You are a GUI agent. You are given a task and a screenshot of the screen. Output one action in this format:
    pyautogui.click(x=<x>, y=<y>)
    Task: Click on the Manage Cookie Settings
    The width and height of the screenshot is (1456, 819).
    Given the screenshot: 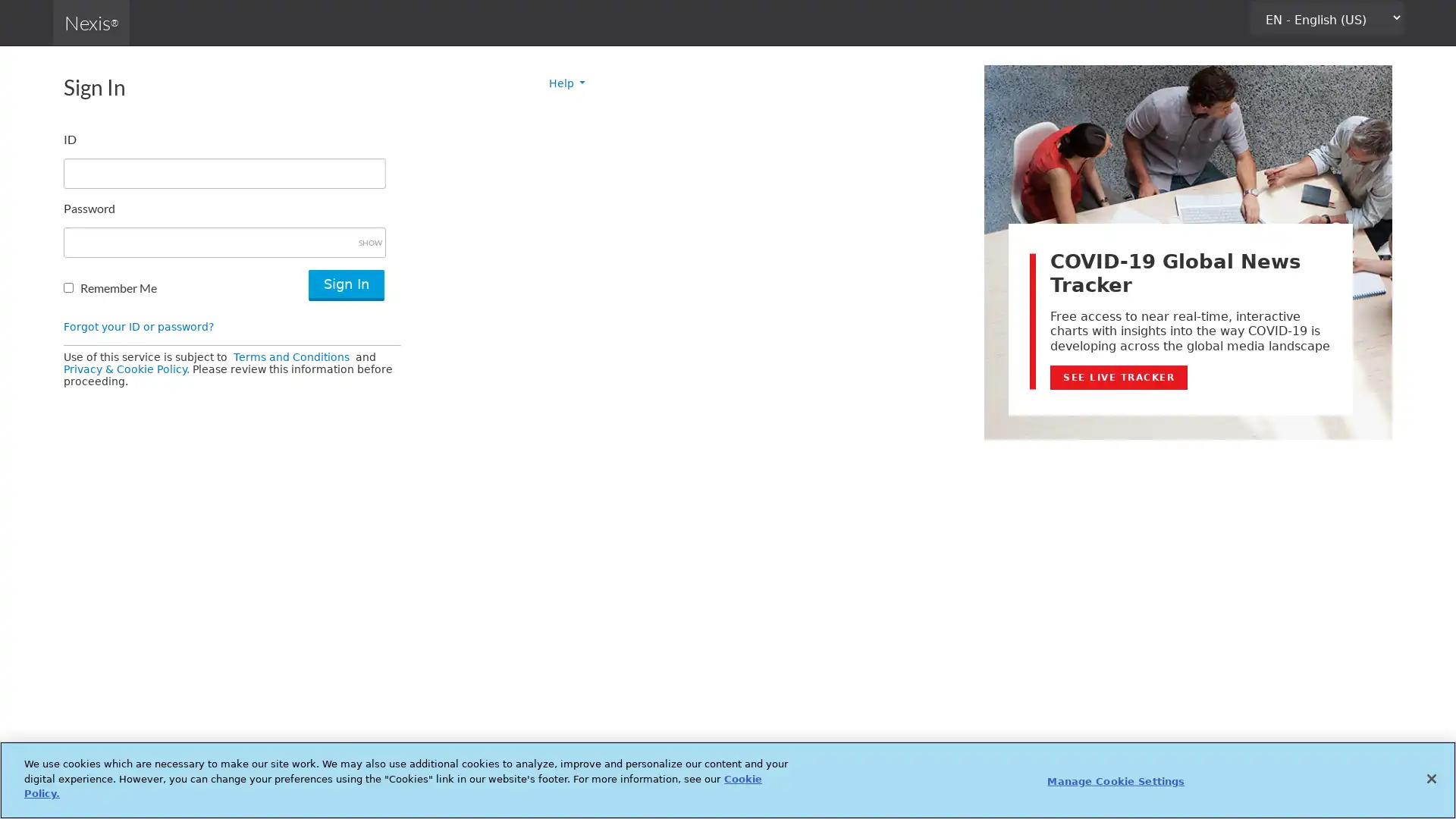 What is the action you would take?
    pyautogui.click(x=1116, y=780)
    